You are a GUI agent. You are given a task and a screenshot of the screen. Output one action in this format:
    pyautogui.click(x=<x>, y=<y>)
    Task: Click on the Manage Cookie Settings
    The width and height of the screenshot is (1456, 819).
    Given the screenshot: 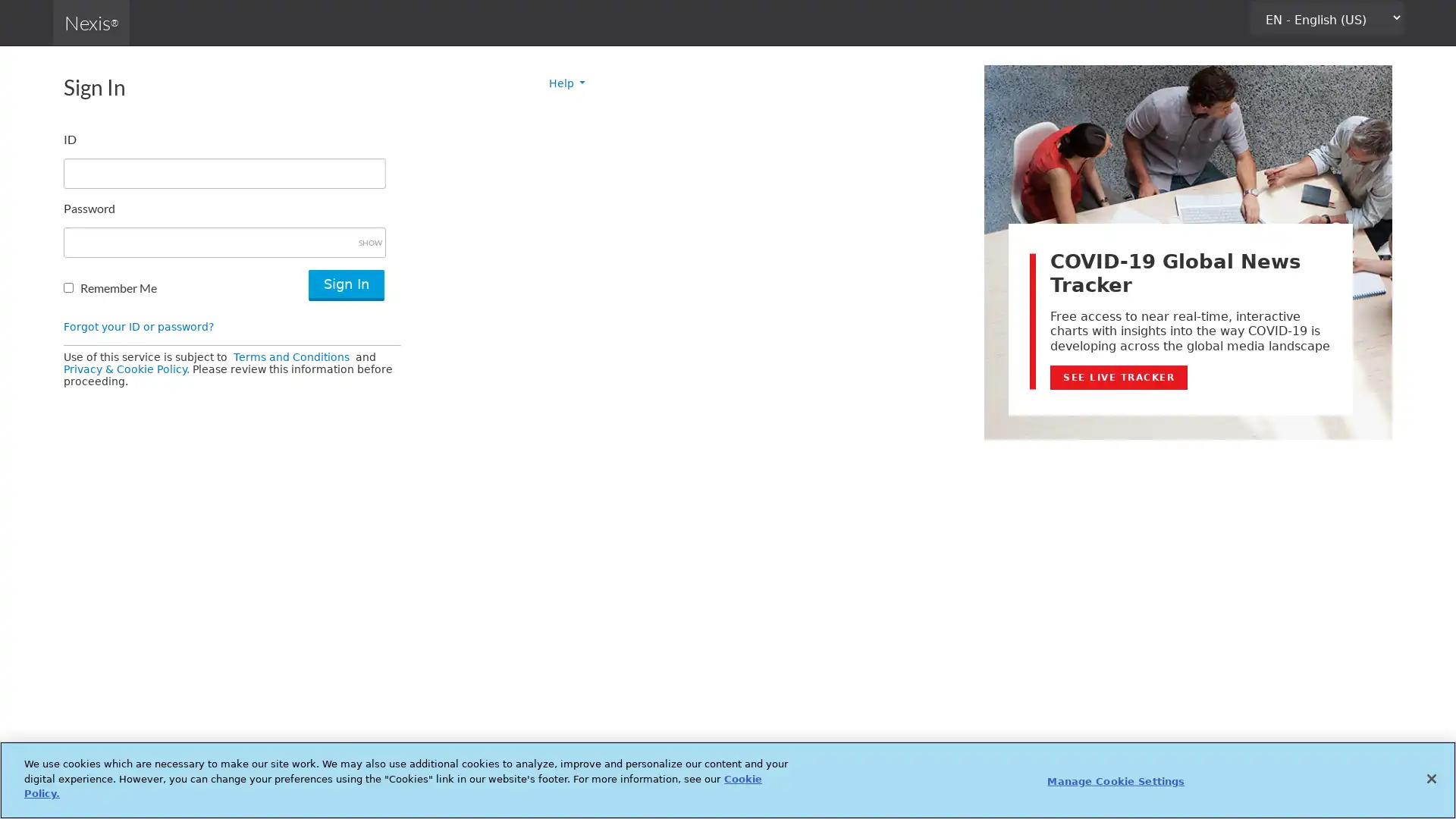 What is the action you would take?
    pyautogui.click(x=1116, y=780)
    